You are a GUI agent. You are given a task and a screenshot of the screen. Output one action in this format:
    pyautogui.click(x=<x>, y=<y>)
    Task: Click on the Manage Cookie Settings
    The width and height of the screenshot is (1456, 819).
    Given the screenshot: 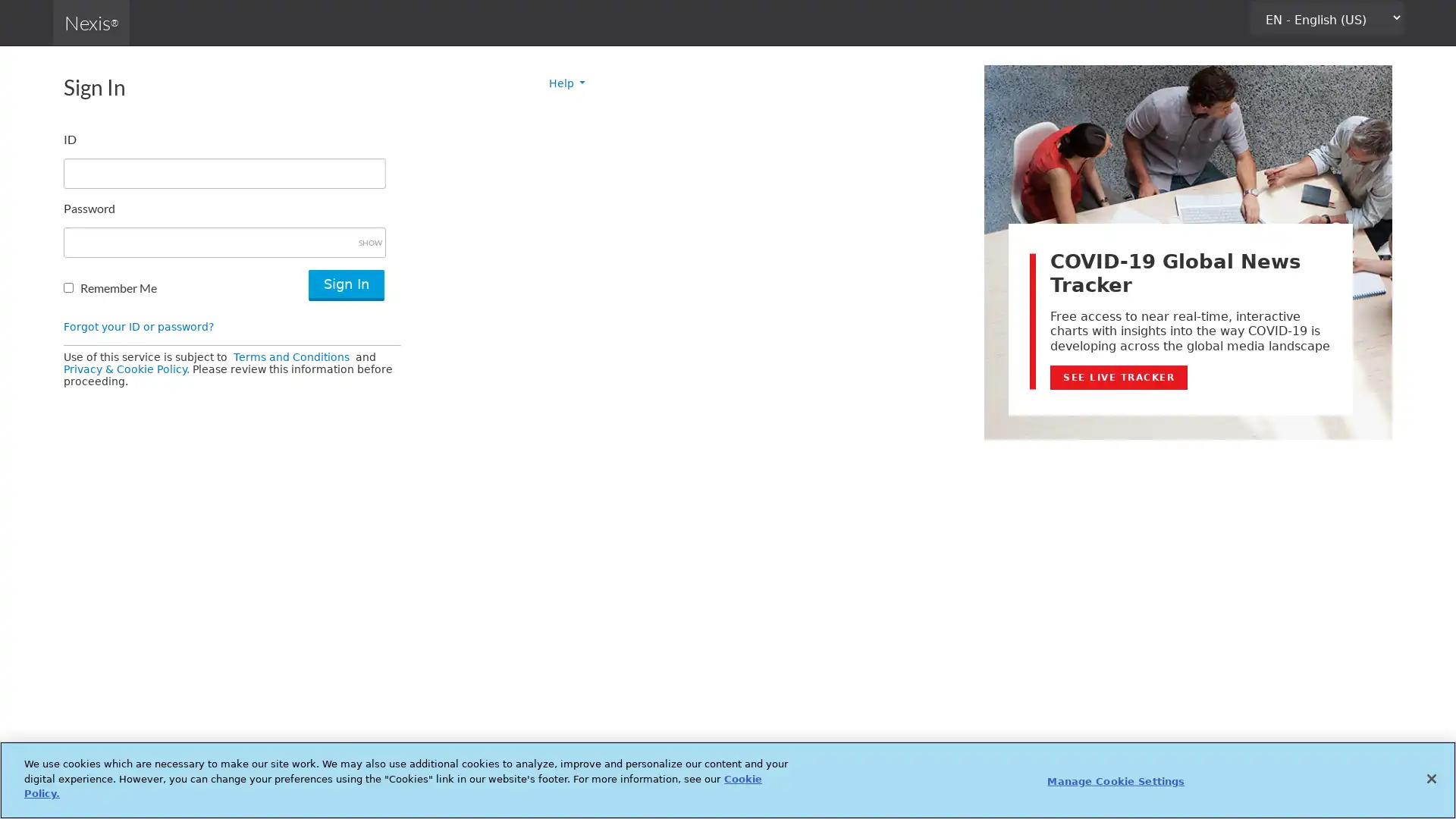 What is the action you would take?
    pyautogui.click(x=1116, y=780)
    